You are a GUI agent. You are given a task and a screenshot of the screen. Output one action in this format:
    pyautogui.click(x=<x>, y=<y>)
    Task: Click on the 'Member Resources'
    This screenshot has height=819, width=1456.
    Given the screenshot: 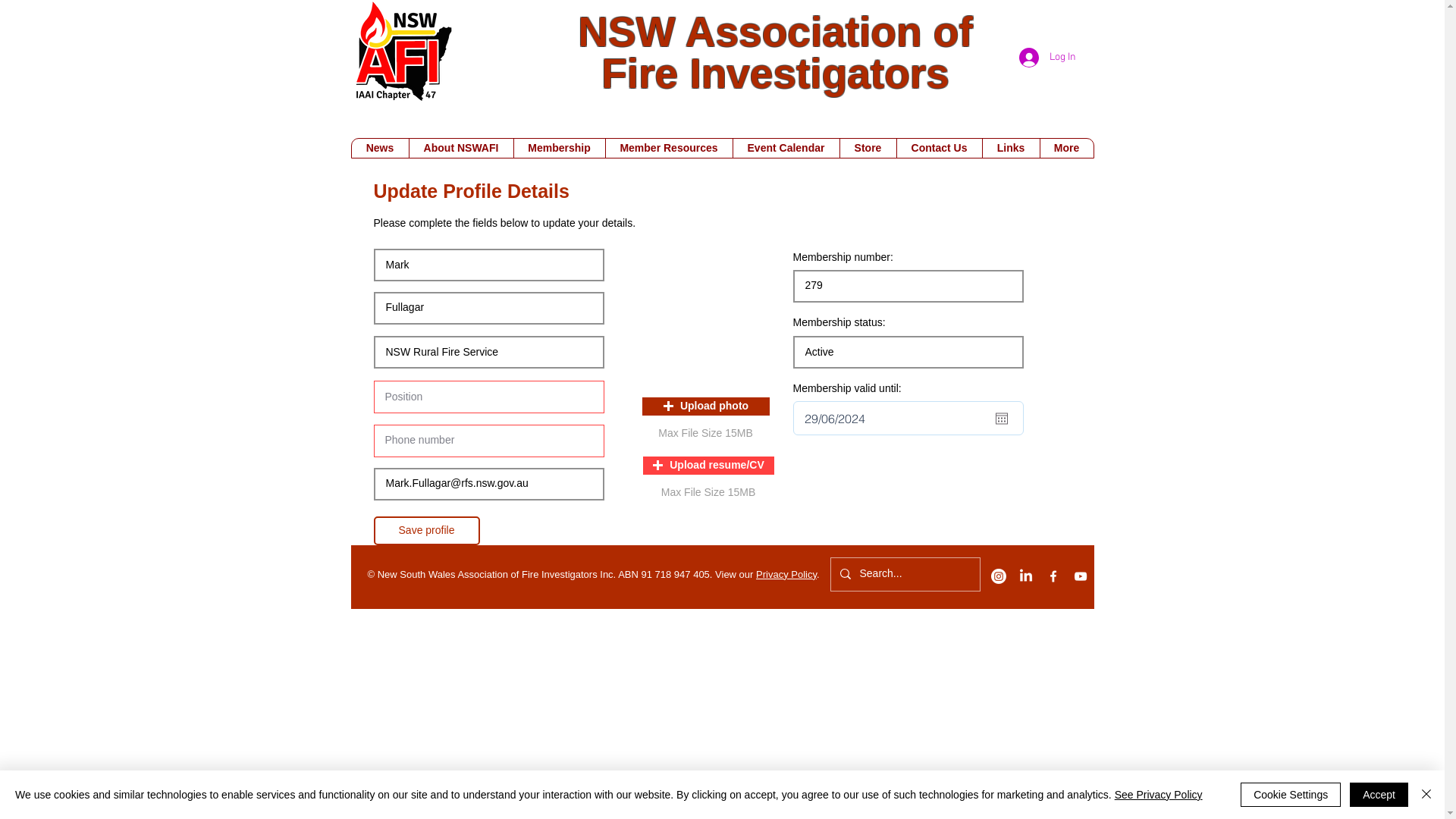 What is the action you would take?
    pyautogui.click(x=668, y=148)
    